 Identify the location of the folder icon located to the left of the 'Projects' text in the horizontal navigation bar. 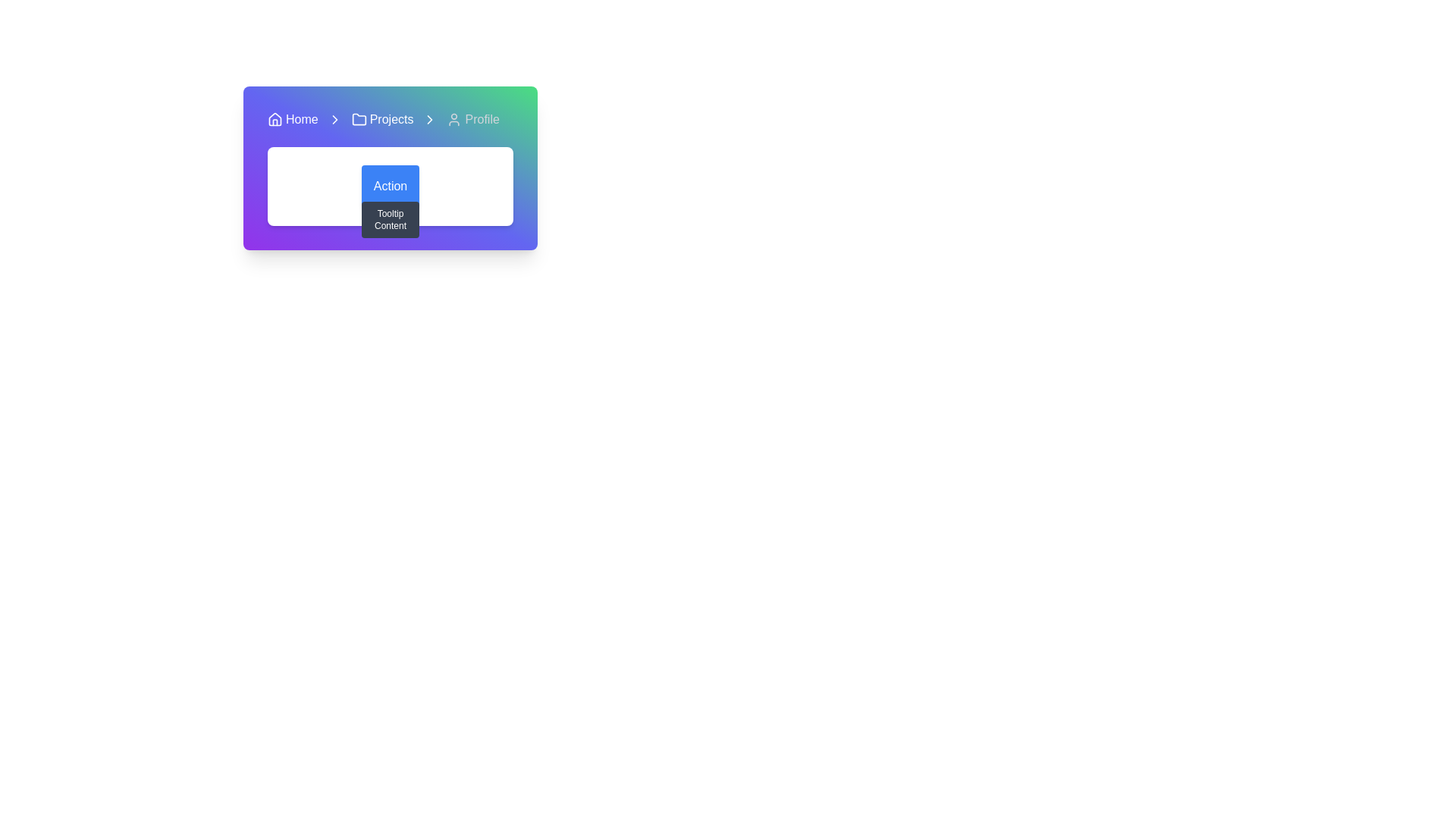
(358, 119).